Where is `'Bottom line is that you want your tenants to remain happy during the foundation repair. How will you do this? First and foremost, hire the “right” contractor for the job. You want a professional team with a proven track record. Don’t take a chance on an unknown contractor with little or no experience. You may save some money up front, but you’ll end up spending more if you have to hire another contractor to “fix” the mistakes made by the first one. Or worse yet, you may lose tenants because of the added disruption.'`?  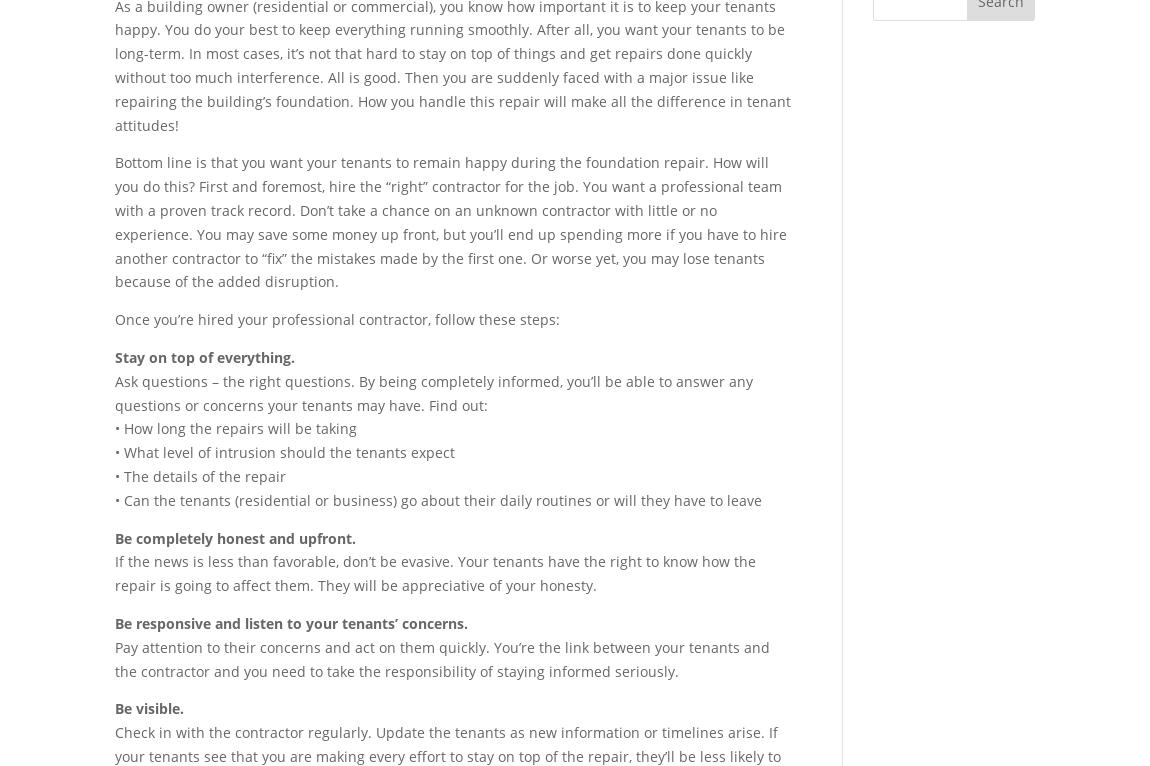
'Bottom line is that you want your tenants to remain happy during the foundation repair. How will you do this? First and foremost, hire the “right” contractor for the job. You want a professional team with a proven track record. Don’t take a chance on an unknown contractor with little or no experience. You may save some money up front, but you’ll end up spending more if you have to hire another contractor to “fix” the mistakes made by the first one. Or worse yet, you may lose tenants because of the added disruption.' is located at coordinates (451, 221).